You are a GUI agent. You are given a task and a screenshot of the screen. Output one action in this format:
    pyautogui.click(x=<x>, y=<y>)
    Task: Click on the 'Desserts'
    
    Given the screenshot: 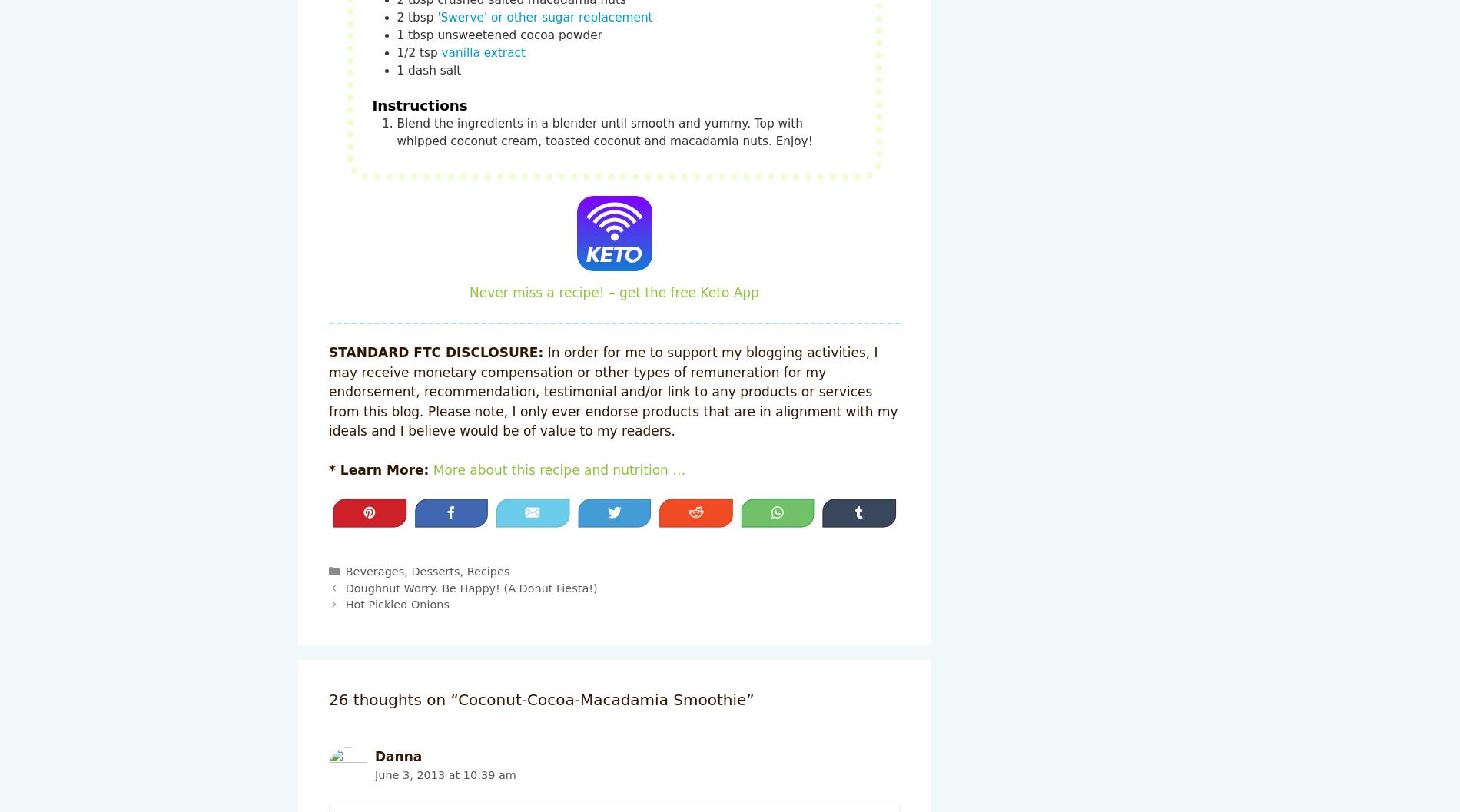 What is the action you would take?
    pyautogui.click(x=411, y=571)
    